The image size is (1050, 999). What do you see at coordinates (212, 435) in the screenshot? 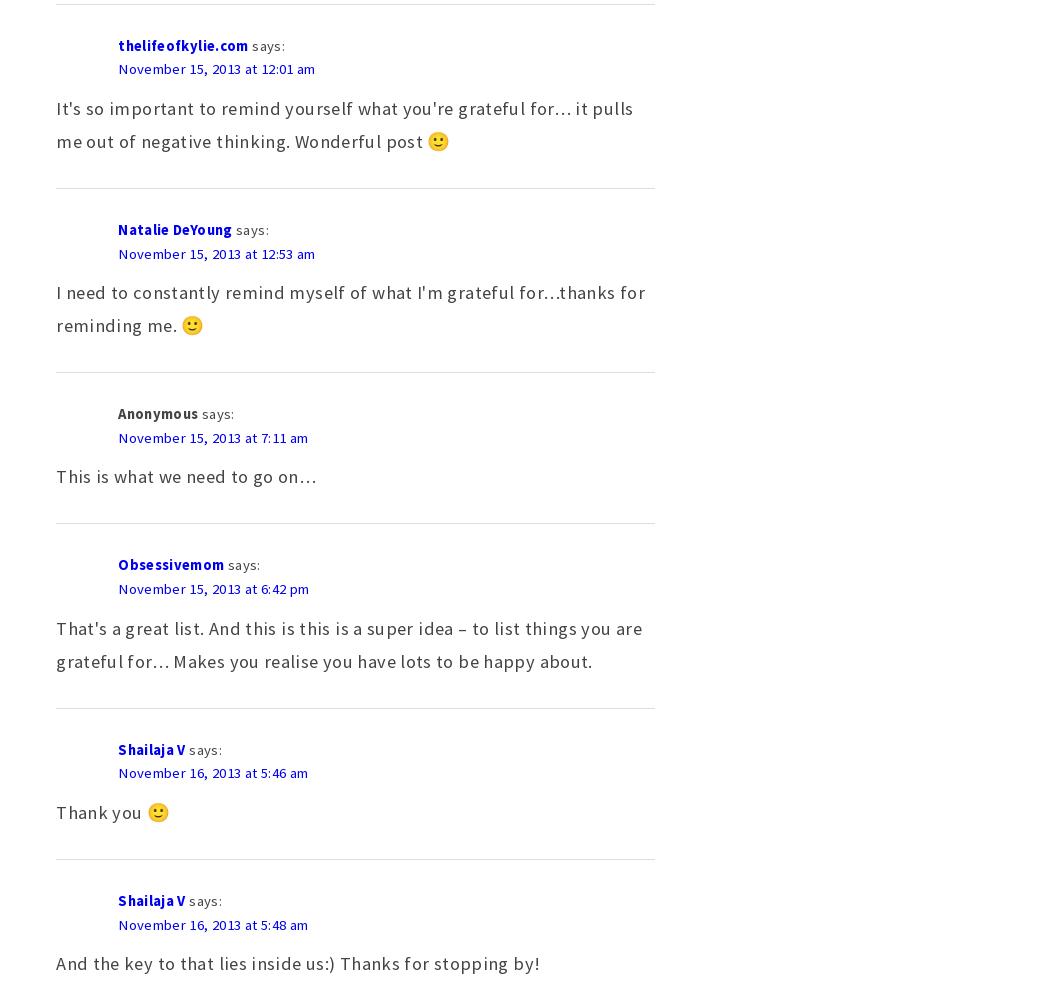
I see `'November 15, 2013 at 7:11 am'` at bounding box center [212, 435].